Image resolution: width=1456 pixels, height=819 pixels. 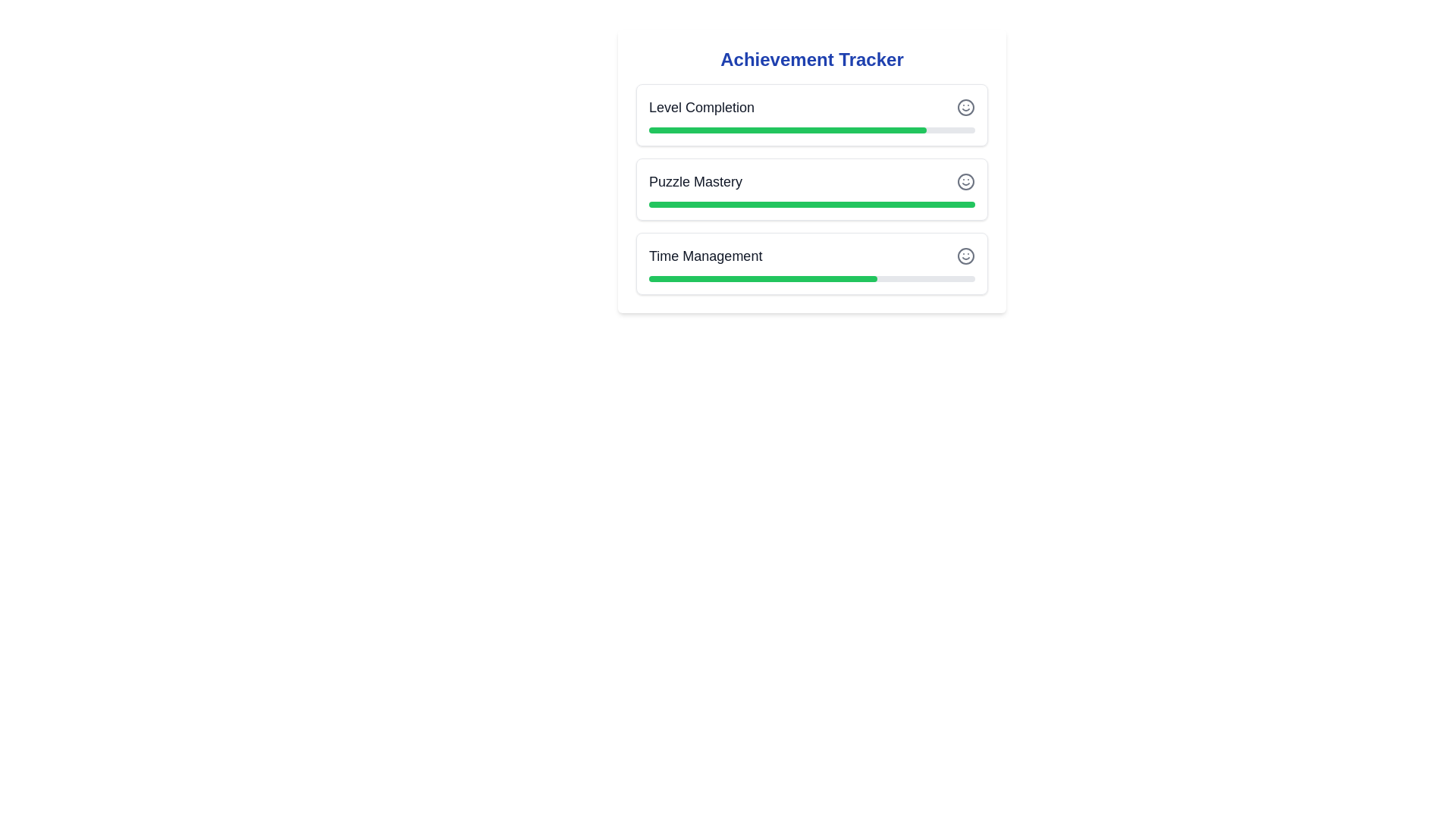 I want to click on the circular smiley face icon, which is styled with thin gray strokes and located to the right of the 'Time Management' text, so click(x=965, y=256).